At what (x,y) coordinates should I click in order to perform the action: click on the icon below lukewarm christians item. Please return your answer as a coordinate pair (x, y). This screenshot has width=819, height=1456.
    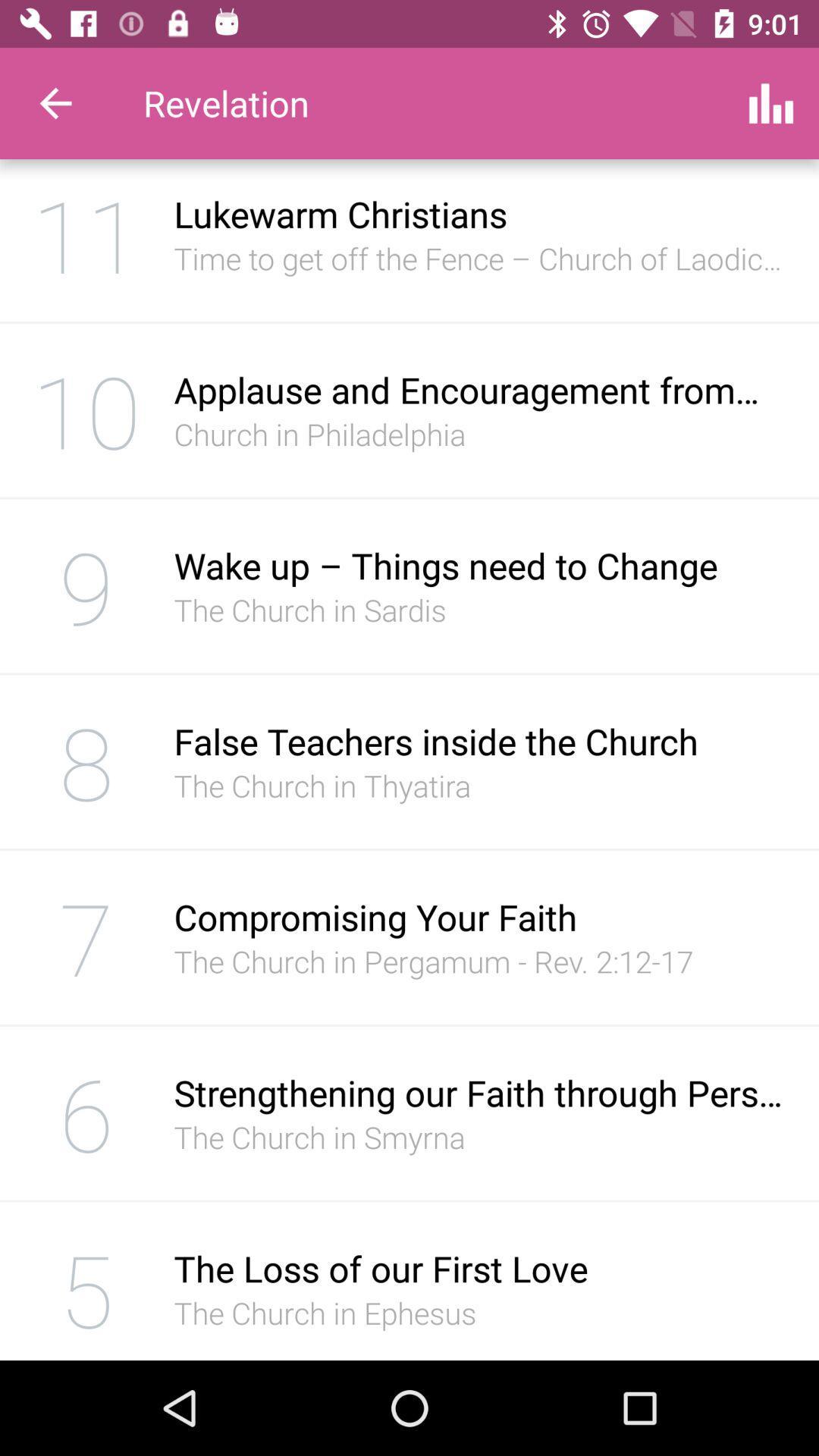
    Looking at the image, I should click on (480, 258).